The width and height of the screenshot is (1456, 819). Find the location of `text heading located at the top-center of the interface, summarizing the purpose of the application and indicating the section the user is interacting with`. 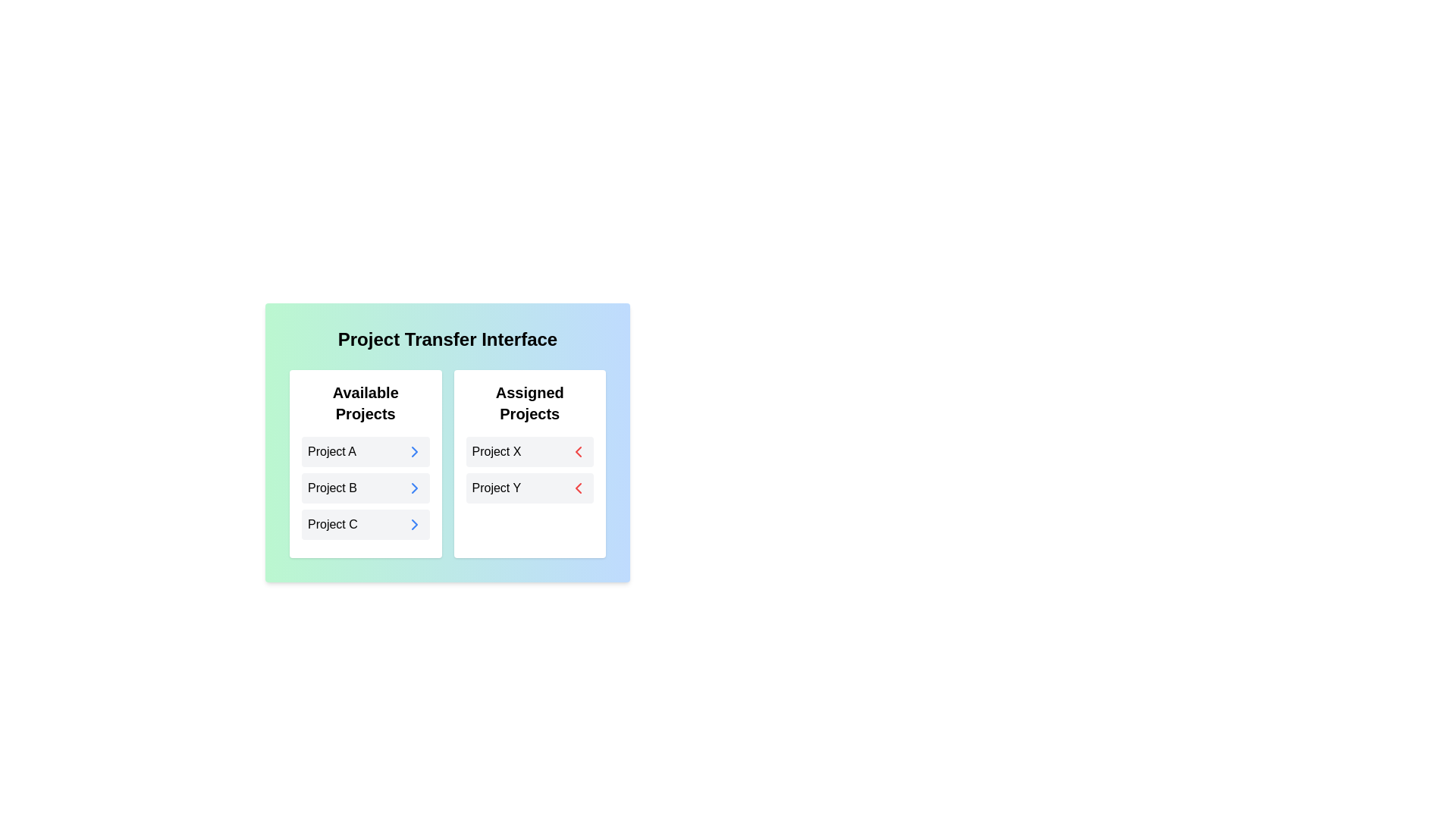

text heading located at the top-center of the interface, summarizing the purpose of the application and indicating the section the user is interacting with is located at coordinates (447, 338).